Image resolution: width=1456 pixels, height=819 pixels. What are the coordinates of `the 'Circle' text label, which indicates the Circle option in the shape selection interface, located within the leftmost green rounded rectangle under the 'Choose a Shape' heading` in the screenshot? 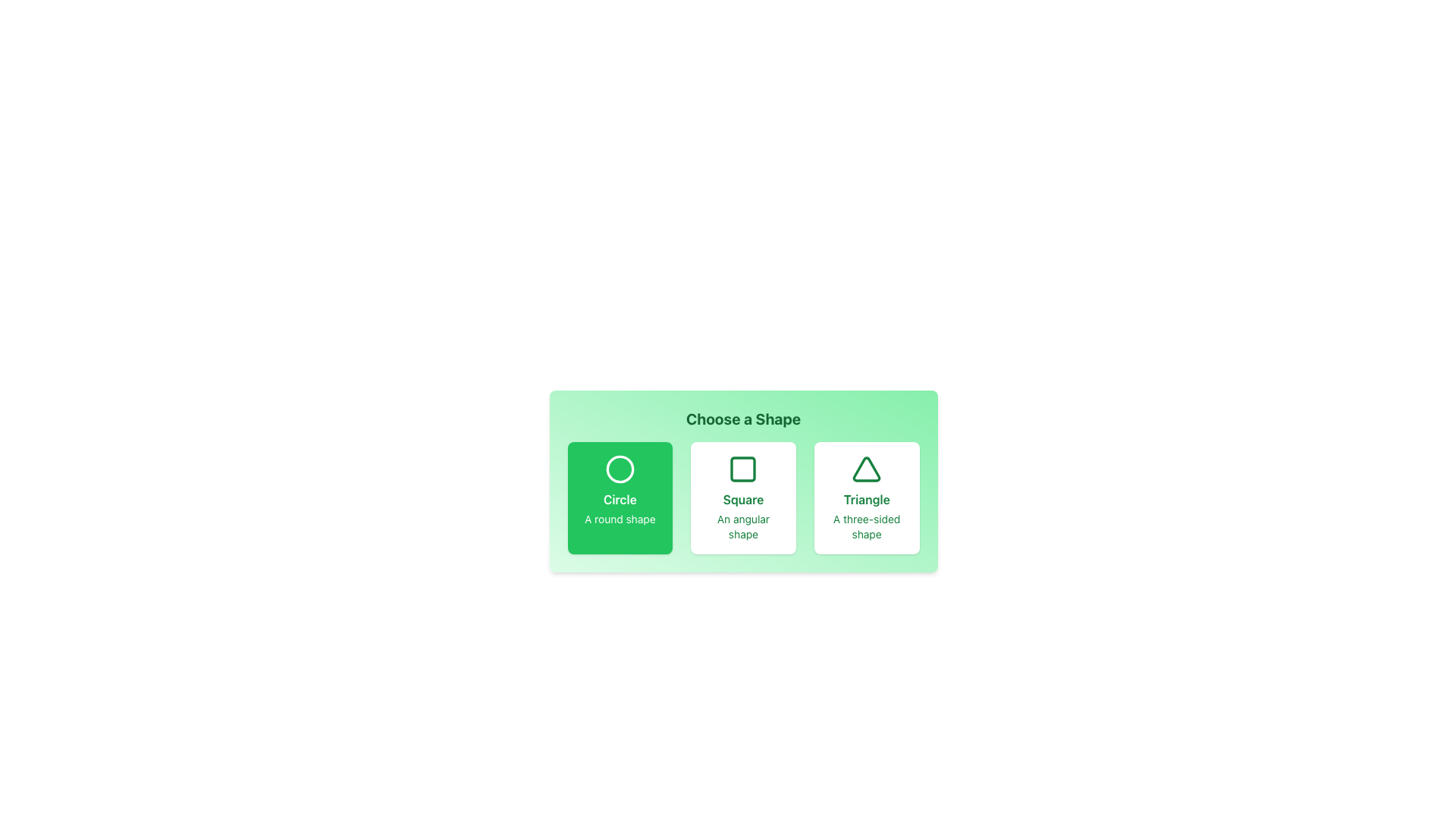 It's located at (620, 500).